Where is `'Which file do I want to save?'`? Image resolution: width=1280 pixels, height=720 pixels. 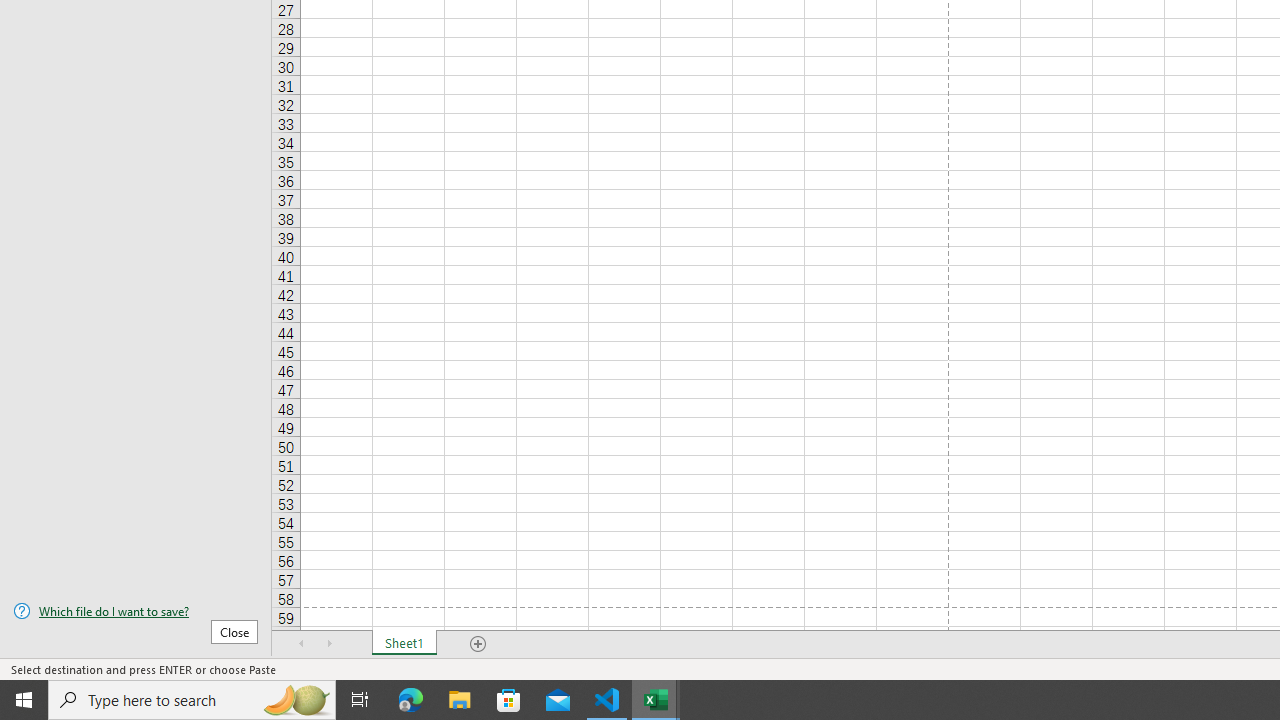
'Which file do I want to save?' is located at coordinates (135, 610).